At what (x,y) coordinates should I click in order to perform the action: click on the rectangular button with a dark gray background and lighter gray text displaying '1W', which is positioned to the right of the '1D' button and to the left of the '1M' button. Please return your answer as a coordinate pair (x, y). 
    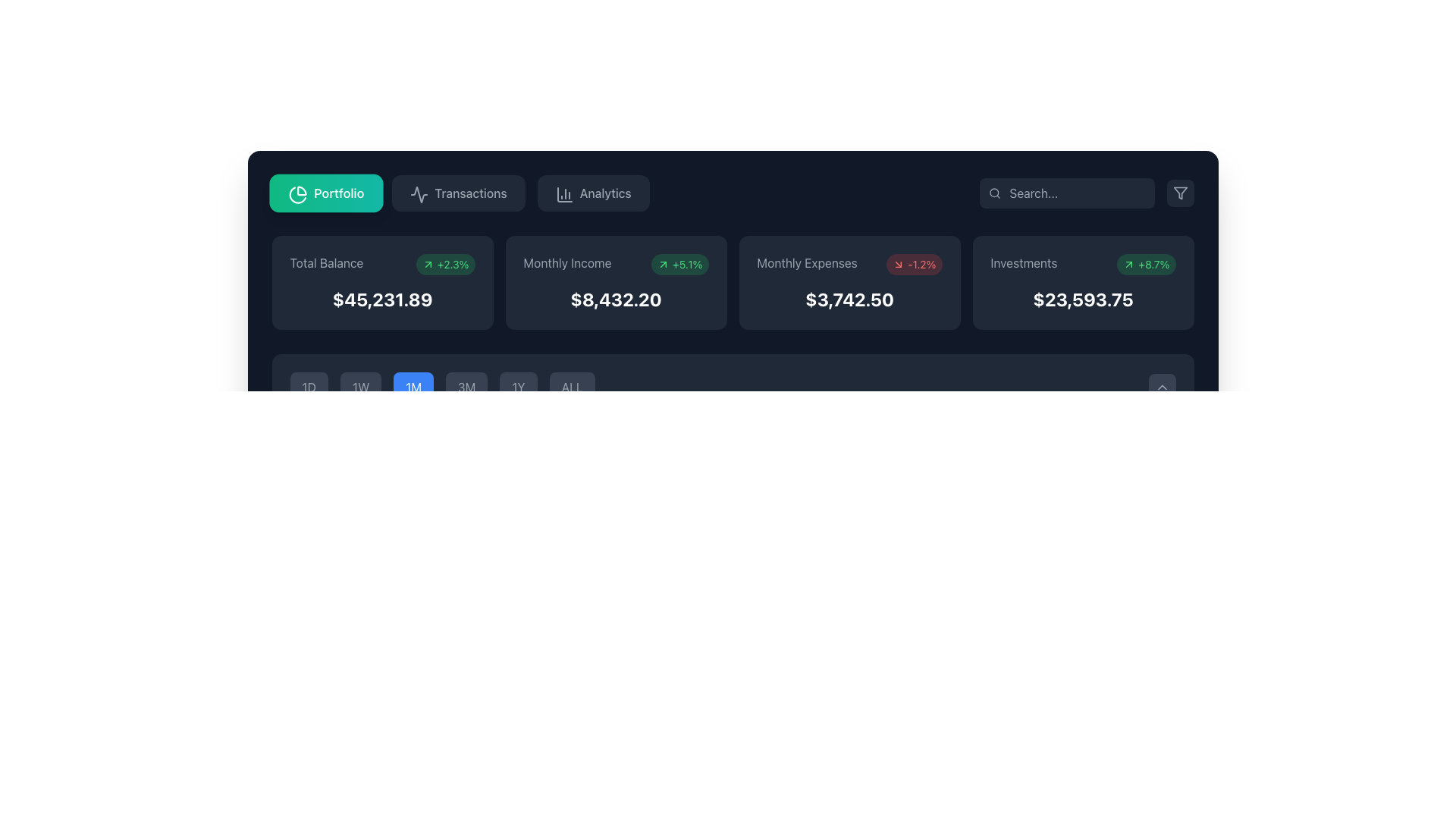
    Looking at the image, I should click on (359, 386).